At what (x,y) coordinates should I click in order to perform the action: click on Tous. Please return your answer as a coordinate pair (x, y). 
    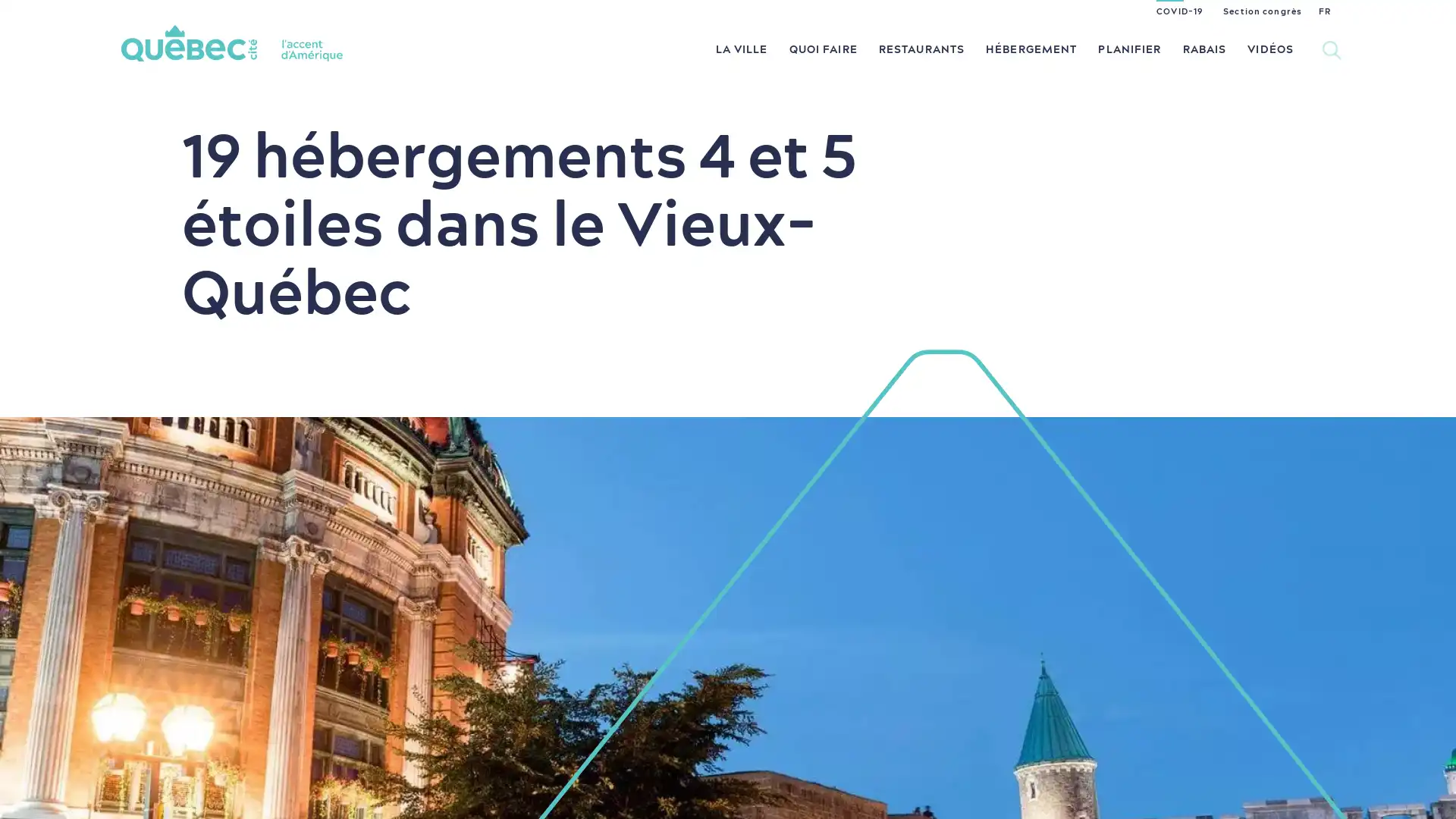
    Looking at the image, I should click on (1407, 108).